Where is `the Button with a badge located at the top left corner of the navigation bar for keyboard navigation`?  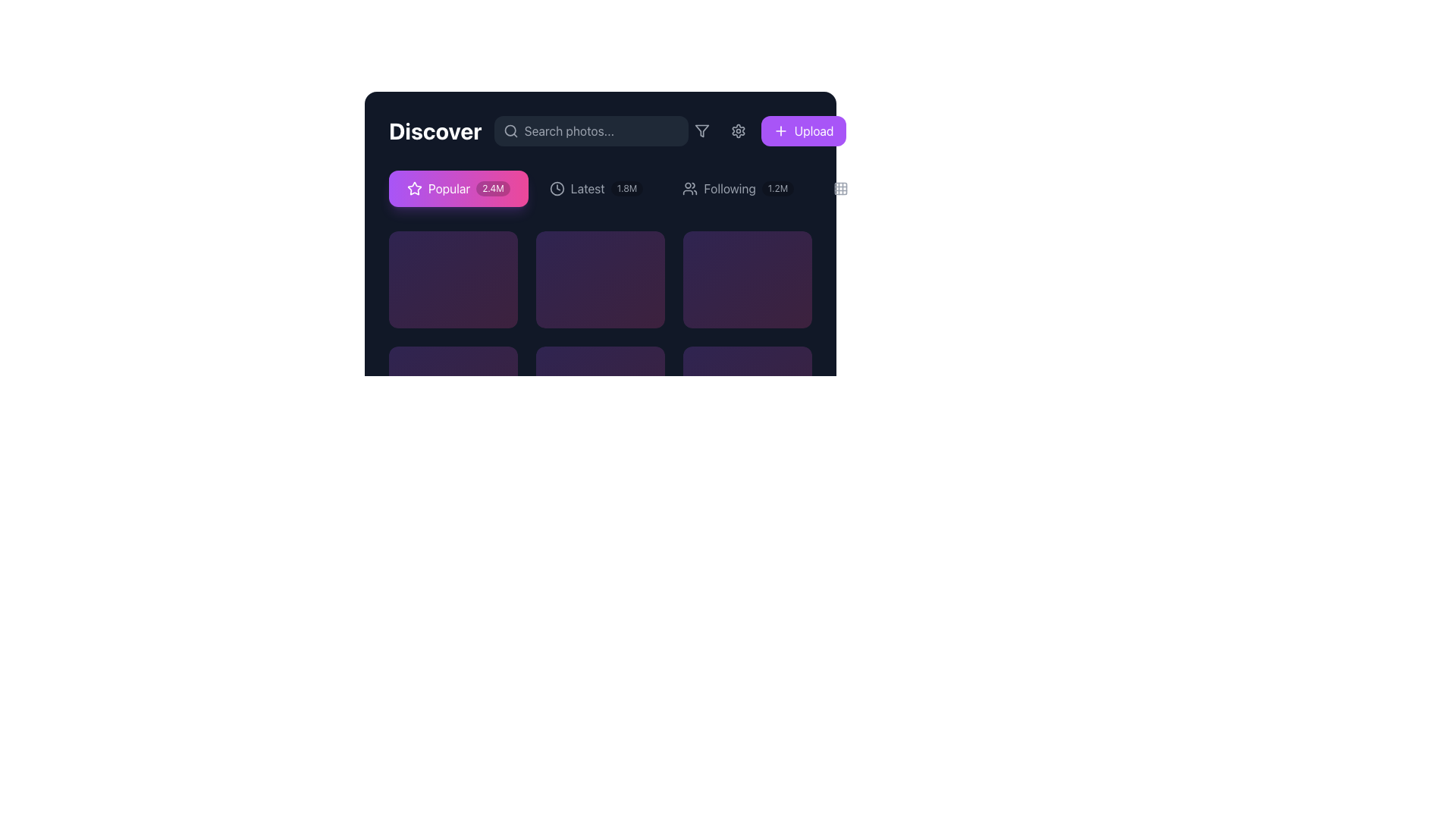 the Button with a badge located at the top left corner of the navigation bar for keyboard navigation is located at coordinates (457, 188).